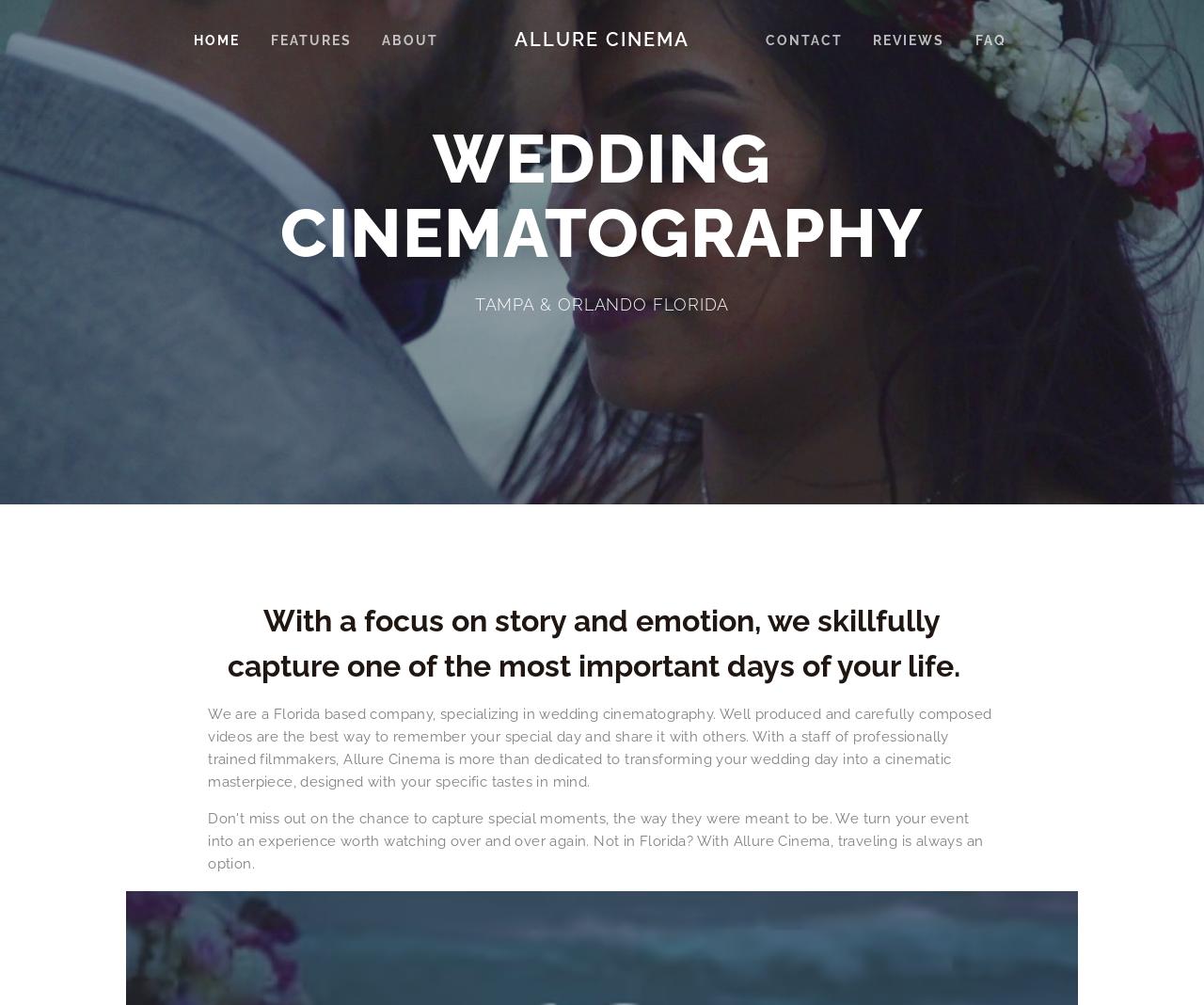 The height and width of the screenshot is (1005, 1204). Describe the element at coordinates (408, 38) in the screenshot. I see `'About'` at that location.